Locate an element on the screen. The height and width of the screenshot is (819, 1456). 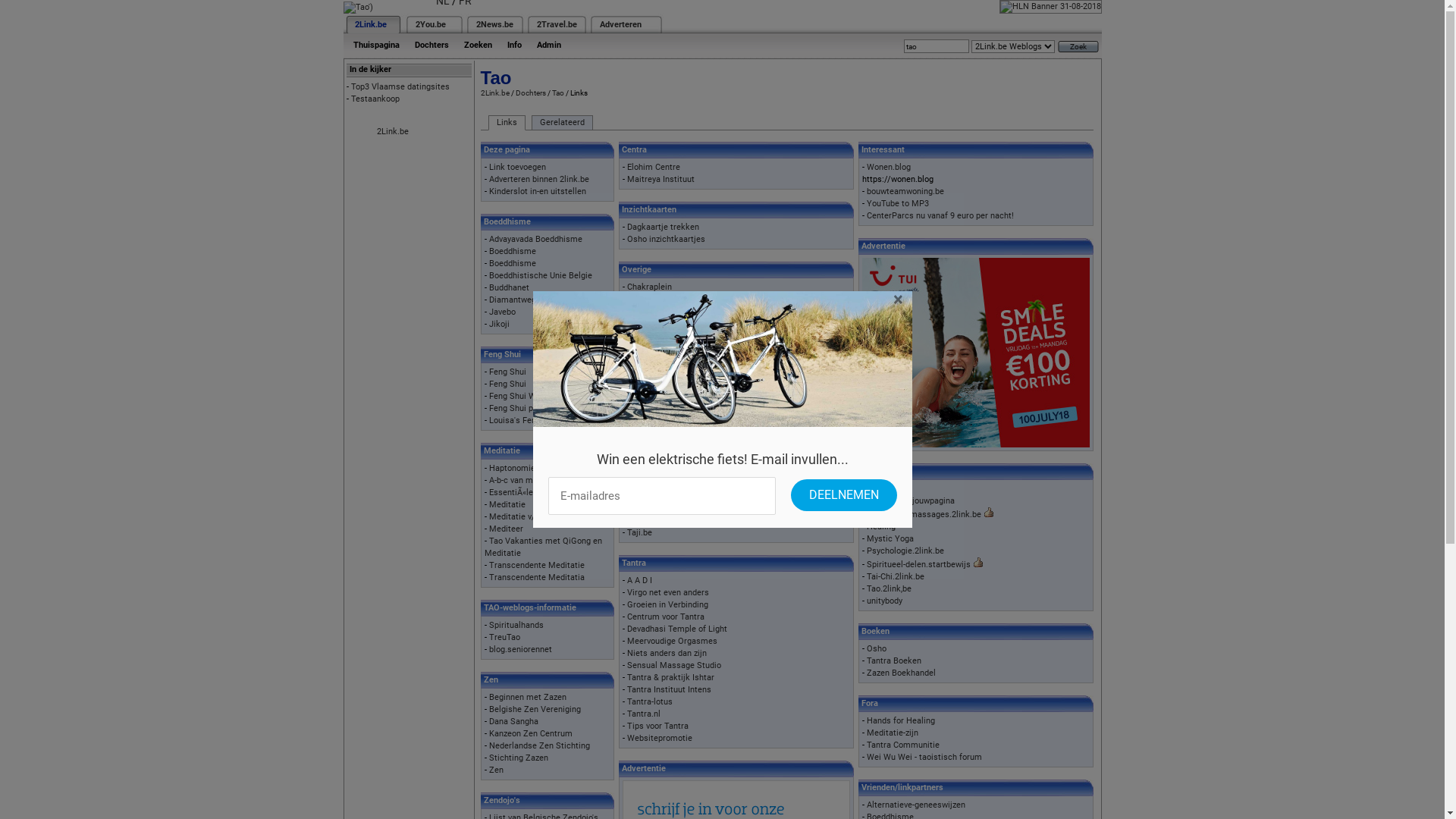
'Feng Shui Wonen' is located at coordinates (520, 395).